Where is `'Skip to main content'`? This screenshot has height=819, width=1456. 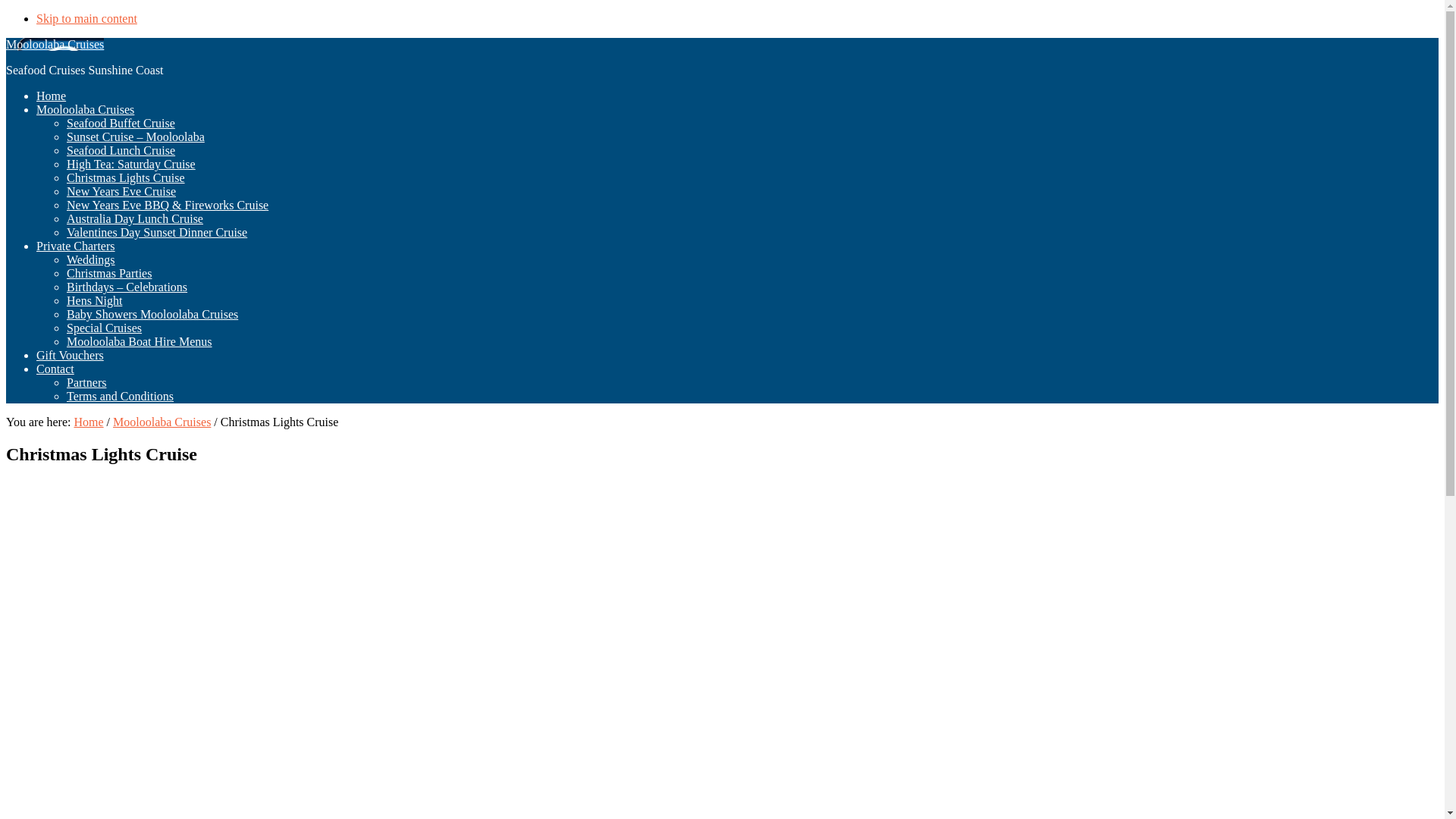
'Skip to main content' is located at coordinates (36, 18).